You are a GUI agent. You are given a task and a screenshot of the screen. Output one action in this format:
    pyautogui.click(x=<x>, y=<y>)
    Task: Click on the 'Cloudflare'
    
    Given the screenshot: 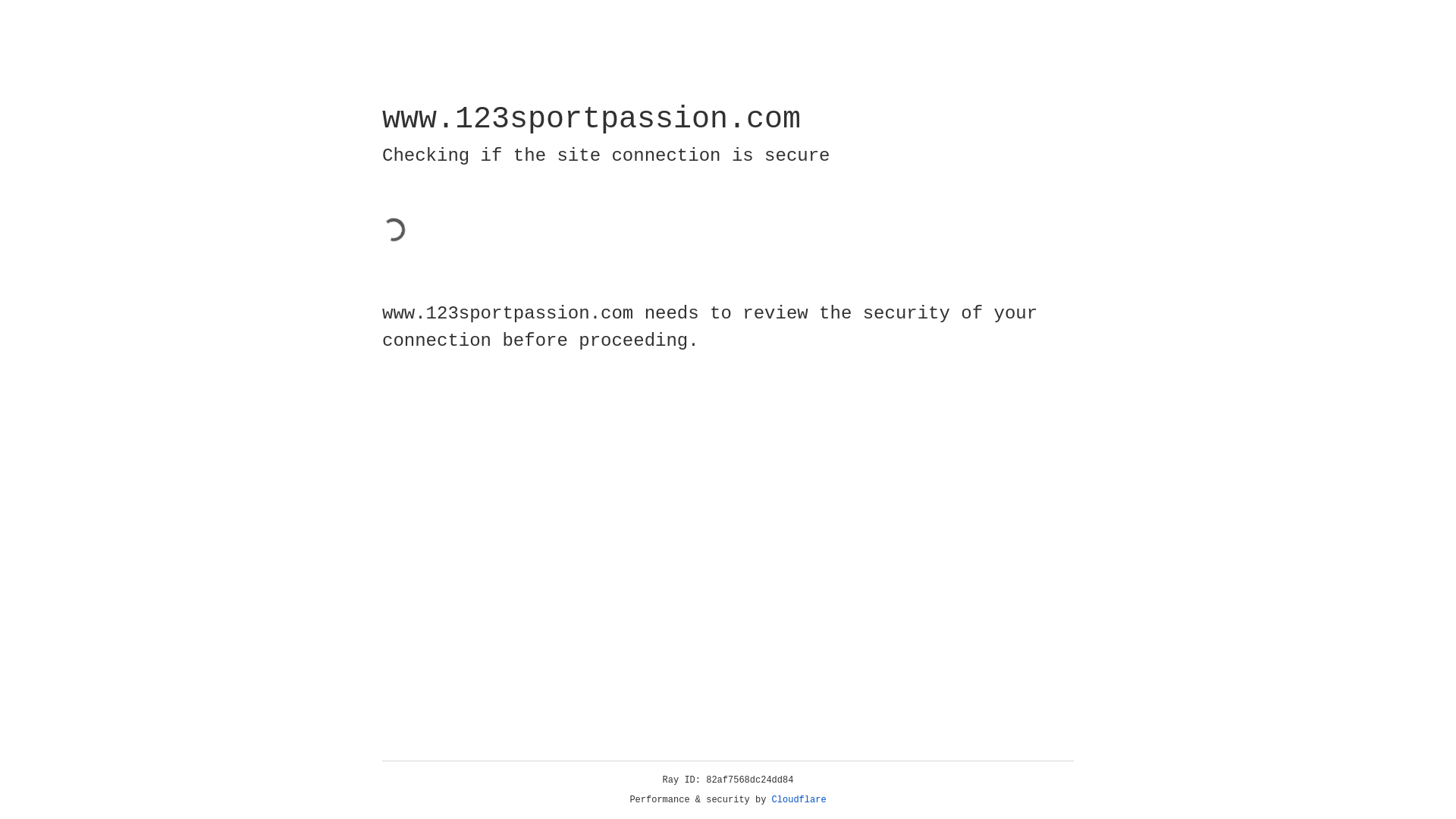 What is the action you would take?
    pyautogui.click(x=799, y=799)
    